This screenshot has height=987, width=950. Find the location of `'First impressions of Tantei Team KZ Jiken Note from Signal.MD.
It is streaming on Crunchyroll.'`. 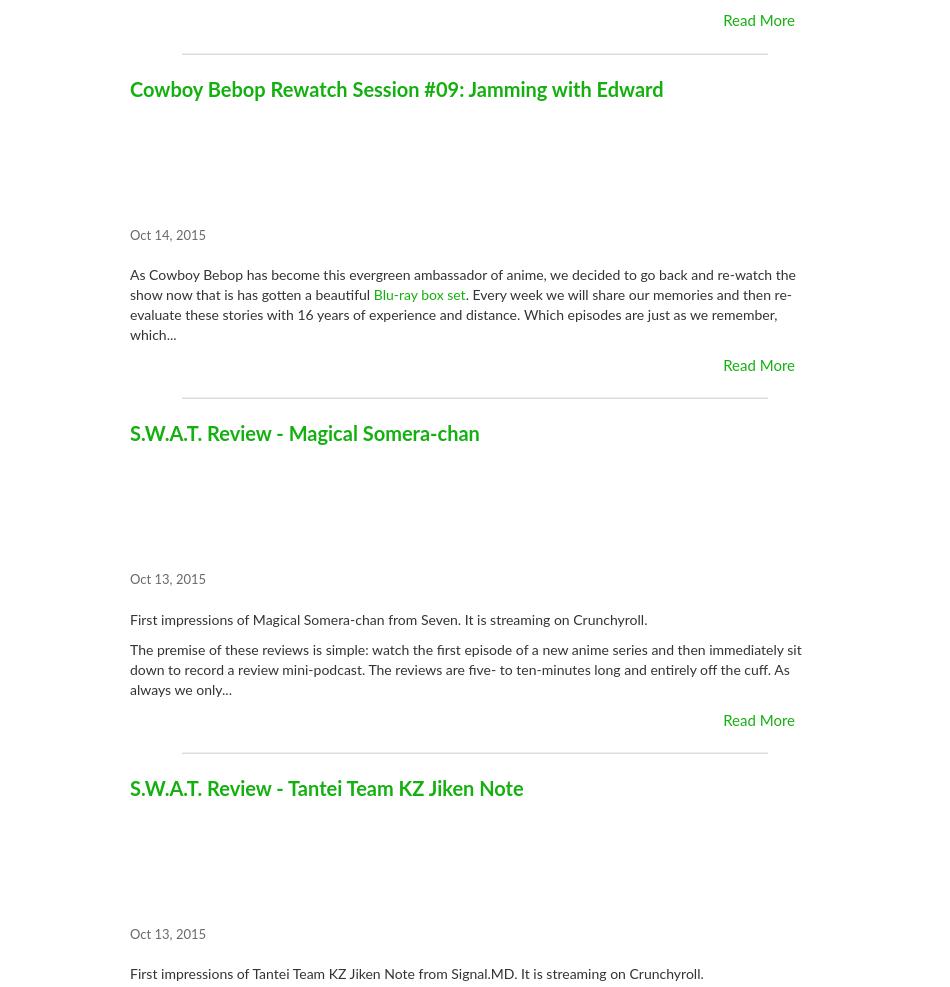

'First impressions of Tantei Team KZ Jiken Note from Signal.MD.
It is streaming on Crunchyroll.' is located at coordinates (415, 974).